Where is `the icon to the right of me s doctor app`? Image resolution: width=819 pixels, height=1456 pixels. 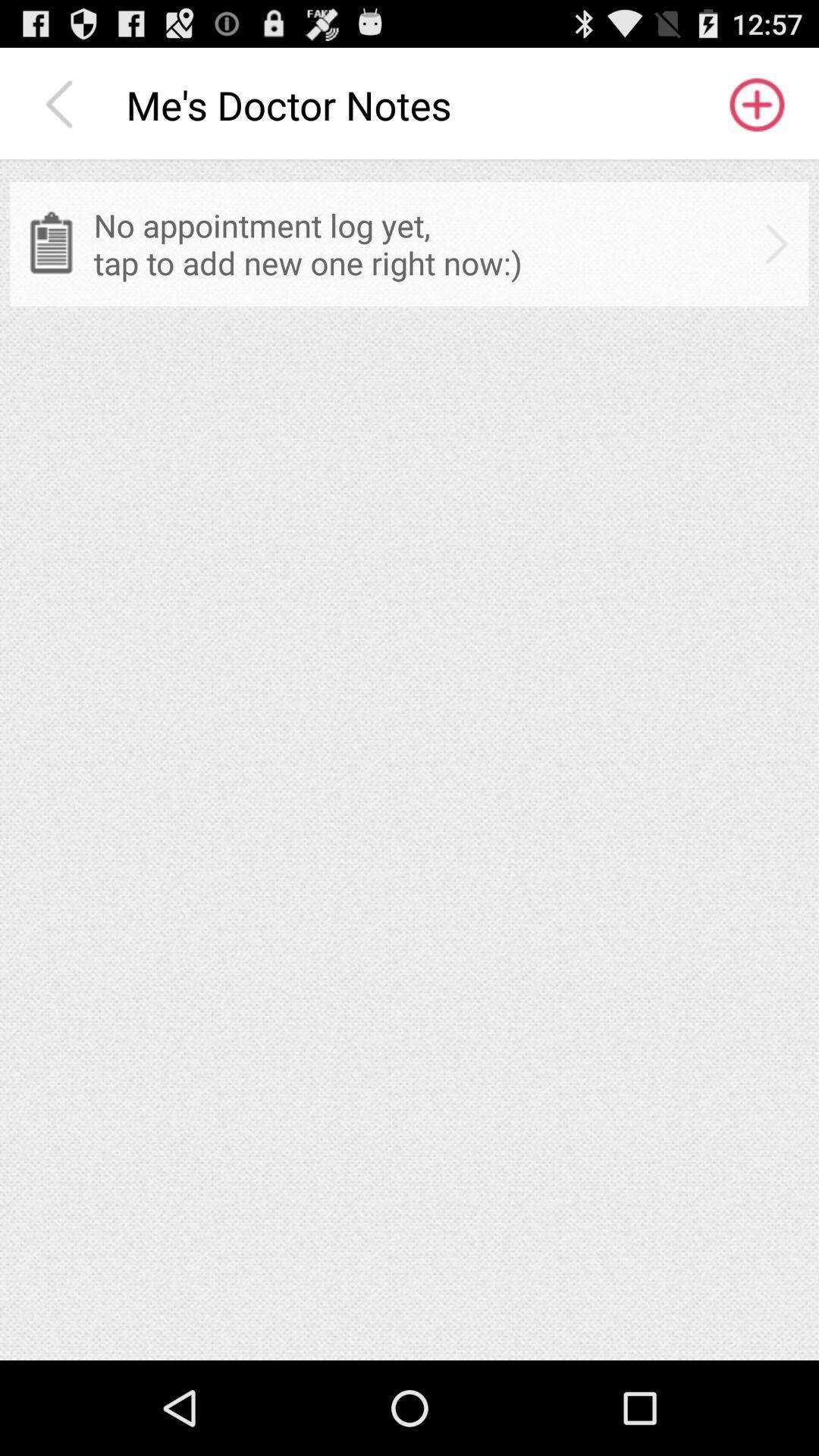 the icon to the right of me s doctor app is located at coordinates (755, 104).